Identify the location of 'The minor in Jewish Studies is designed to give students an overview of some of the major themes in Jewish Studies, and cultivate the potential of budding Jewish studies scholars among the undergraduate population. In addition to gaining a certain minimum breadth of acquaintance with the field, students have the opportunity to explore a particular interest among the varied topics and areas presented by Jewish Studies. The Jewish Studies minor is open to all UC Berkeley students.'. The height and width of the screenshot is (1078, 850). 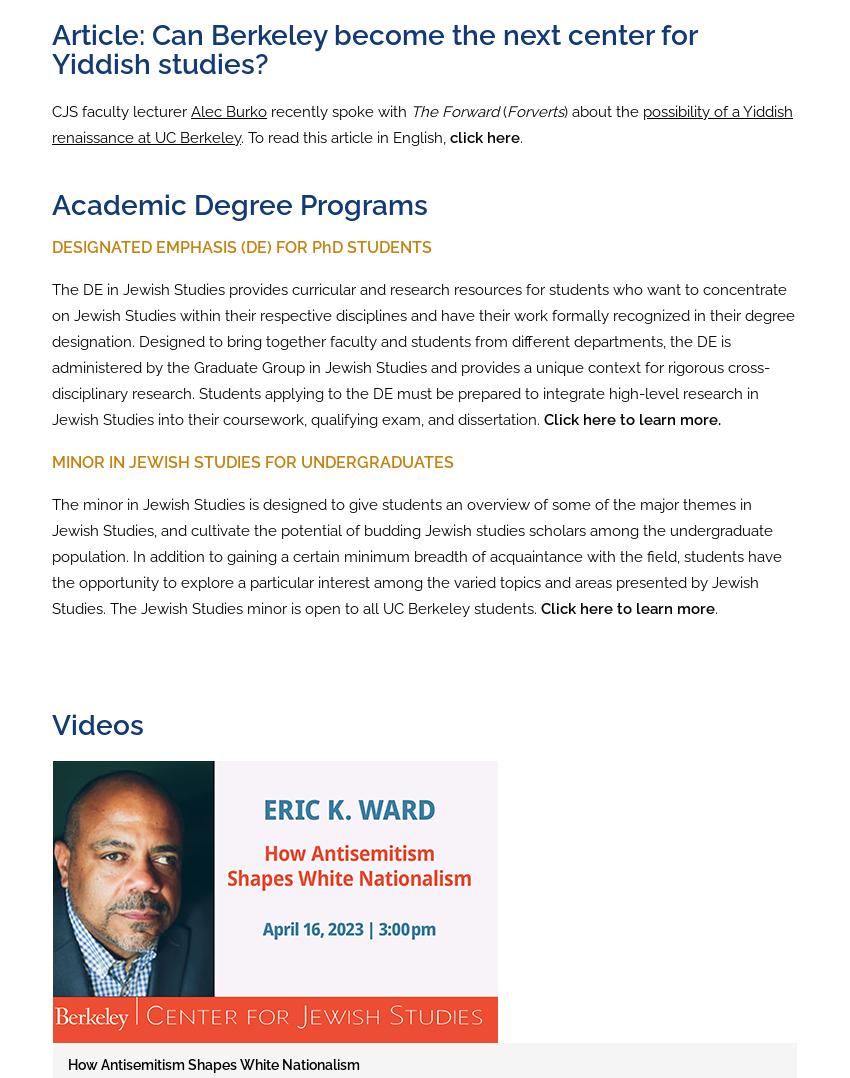
(417, 556).